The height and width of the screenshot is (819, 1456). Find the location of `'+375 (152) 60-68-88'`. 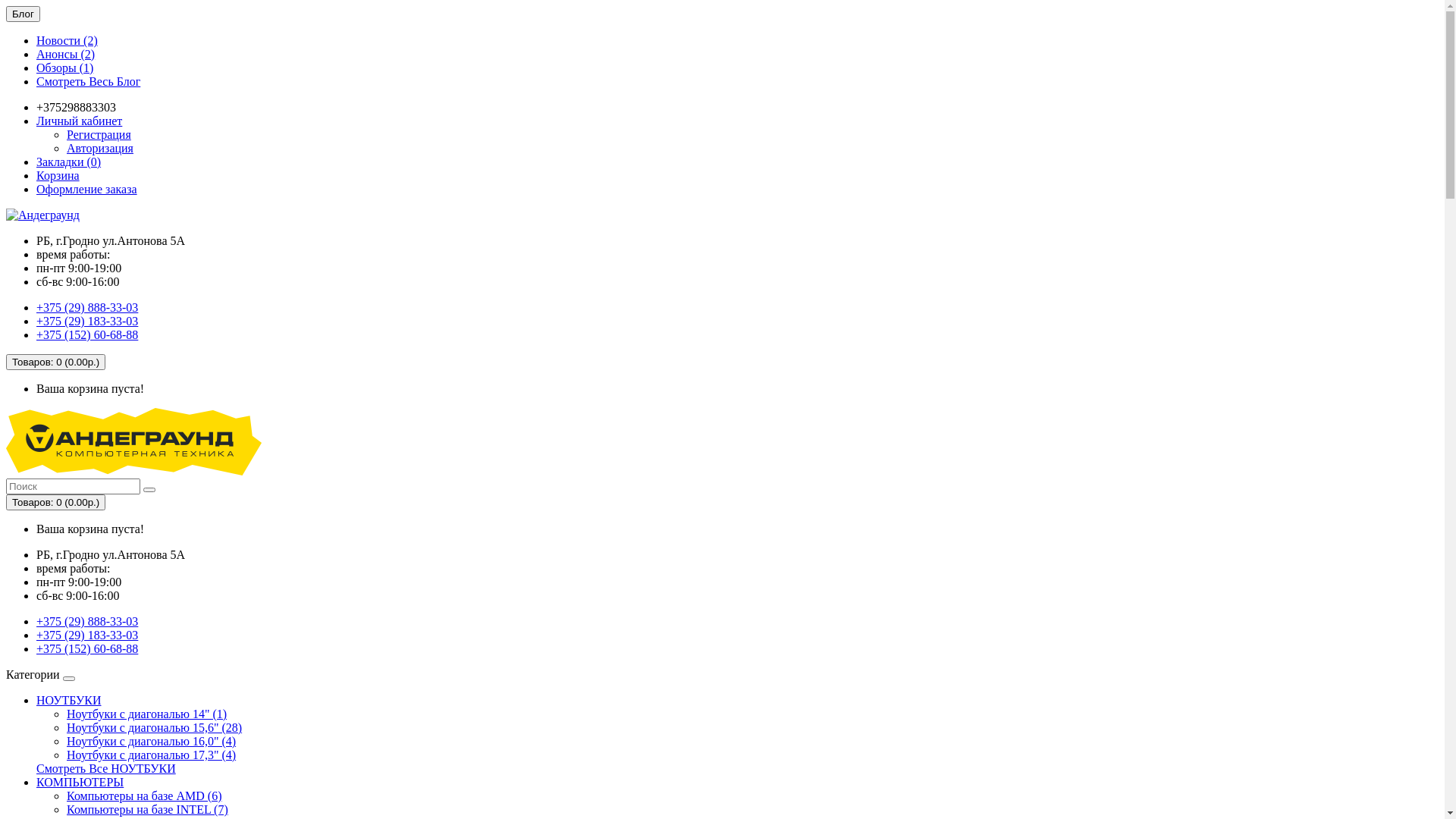

'+375 (152) 60-68-88' is located at coordinates (86, 334).